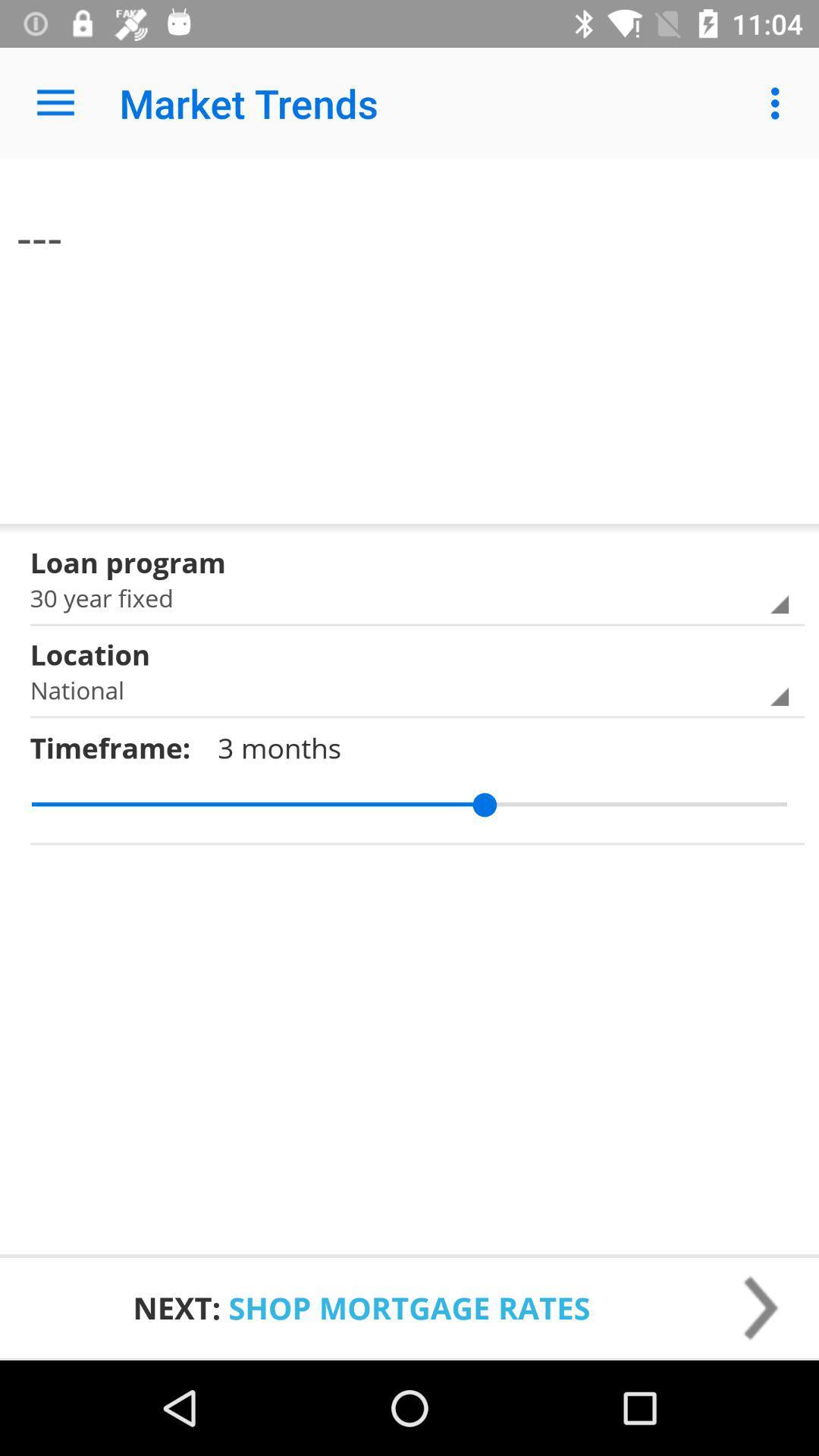 This screenshot has width=819, height=1456. Describe the element at coordinates (409, 1307) in the screenshot. I see `the next shop mortgage icon` at that location.